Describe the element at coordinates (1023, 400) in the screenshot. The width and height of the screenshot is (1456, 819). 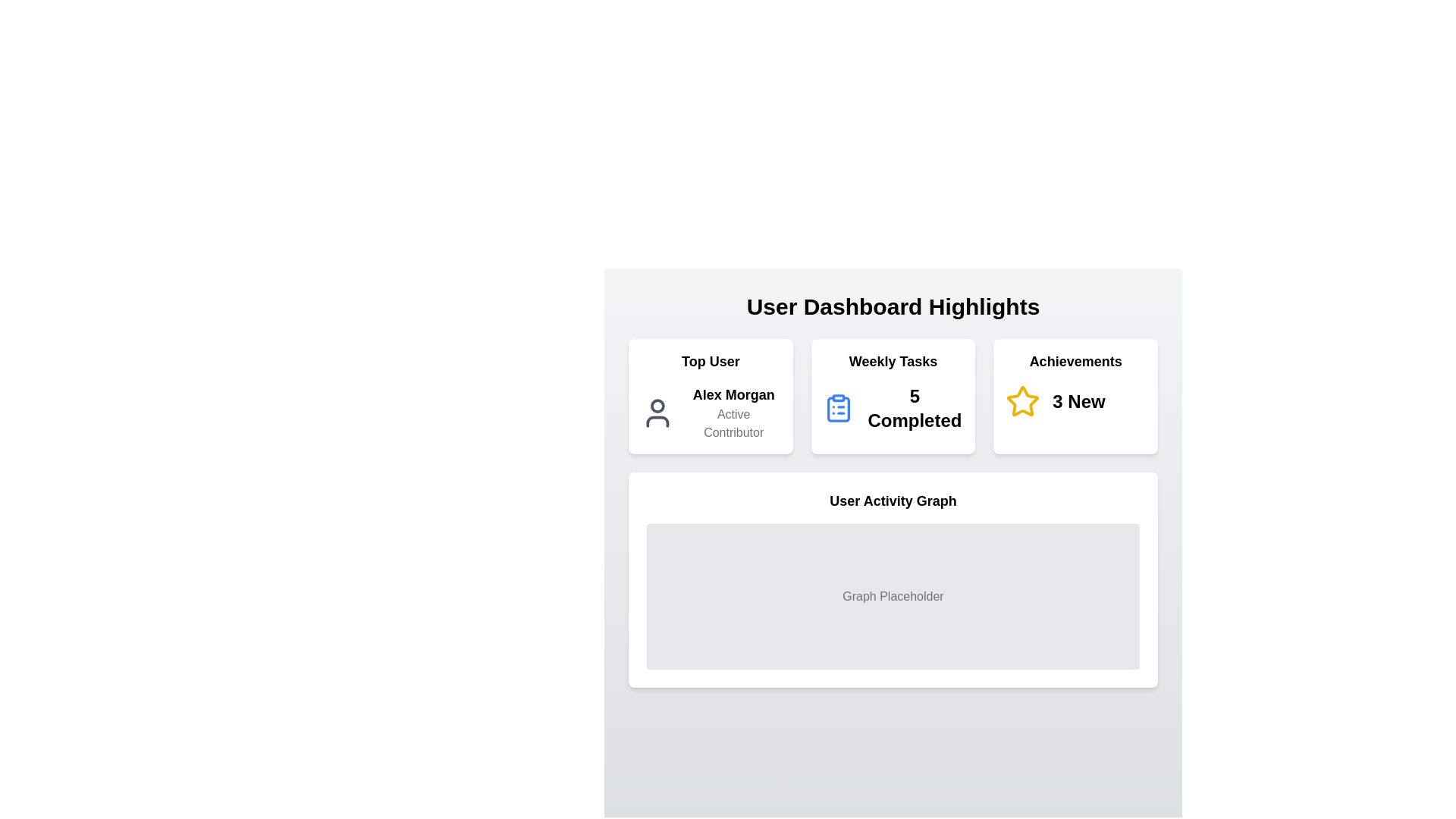
I see `the yellow star-shaped icon with a bold outline located in the 'Achievements' card on the dashboard, positioned to the left of the text '3 New'` at that location.